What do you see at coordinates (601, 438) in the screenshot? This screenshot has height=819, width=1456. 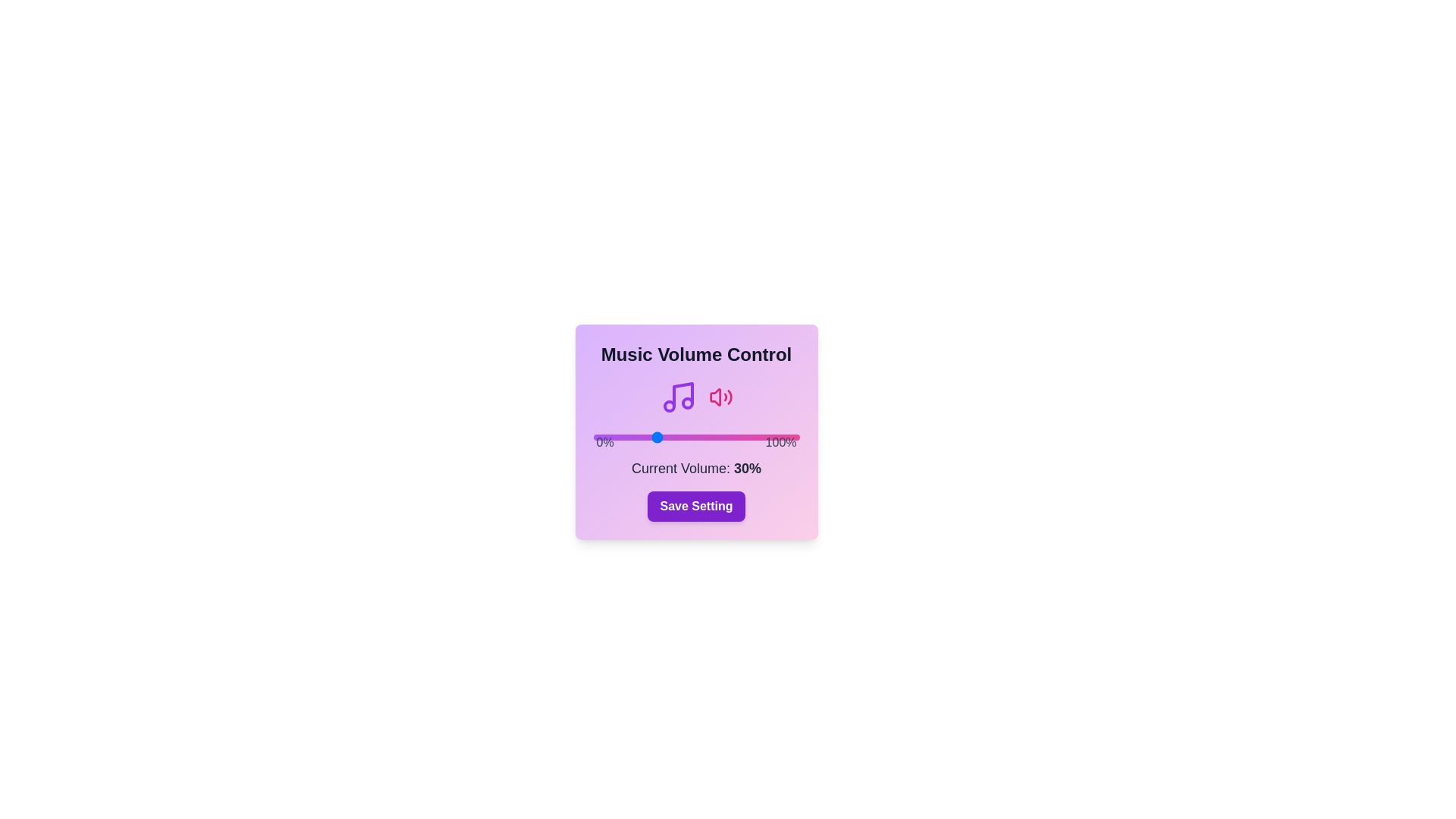 I see `the slider to set the volume to 4%` at bounding box center [601, 438].